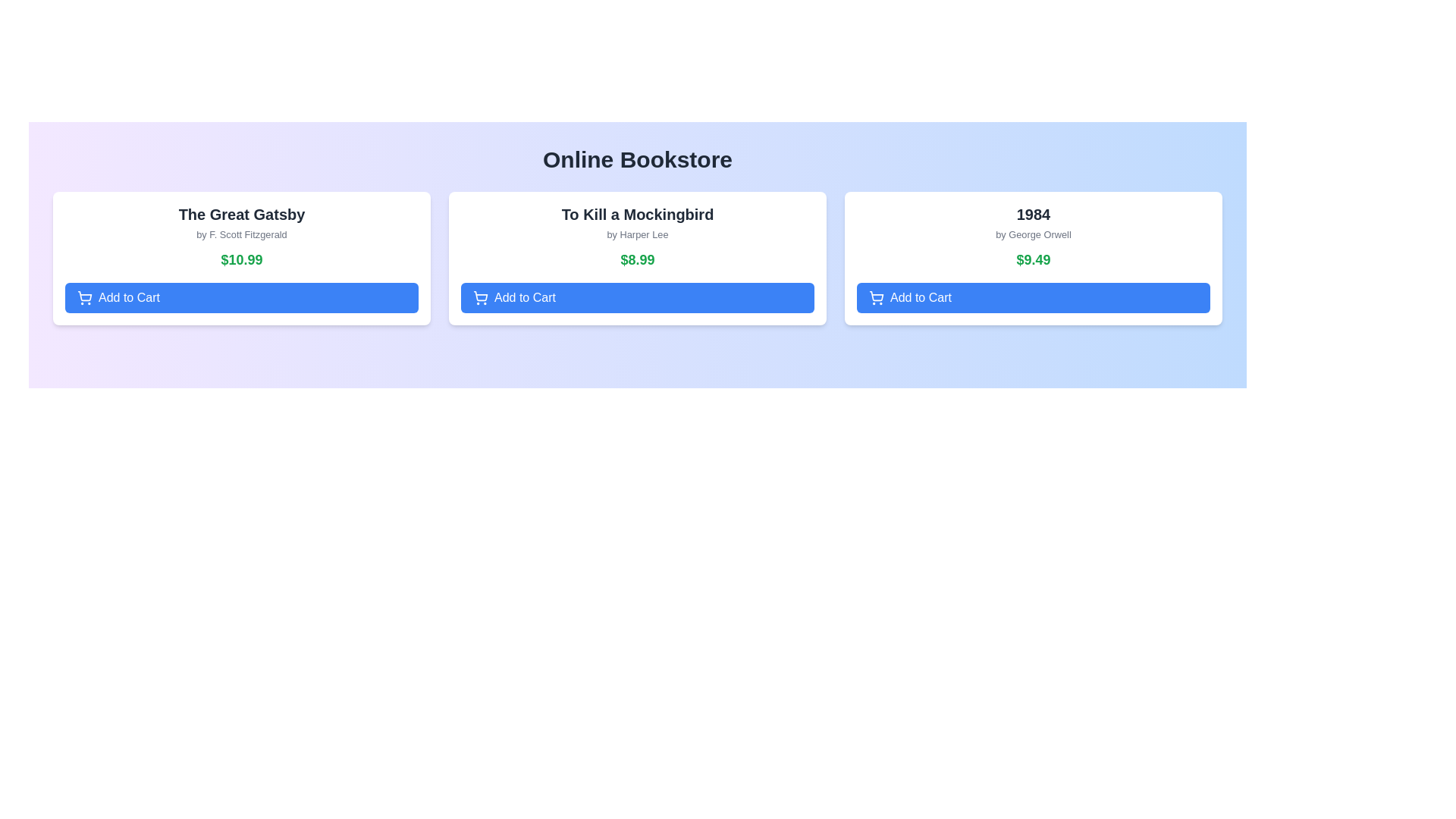  What do you see at coordinates (83, 298) in the screenshot?
I see `the shopping cart icon that is the leftmost component of the blue 'Add to Cart' button under 'The Great Gatsby' section` at bounding box center [83, 298].